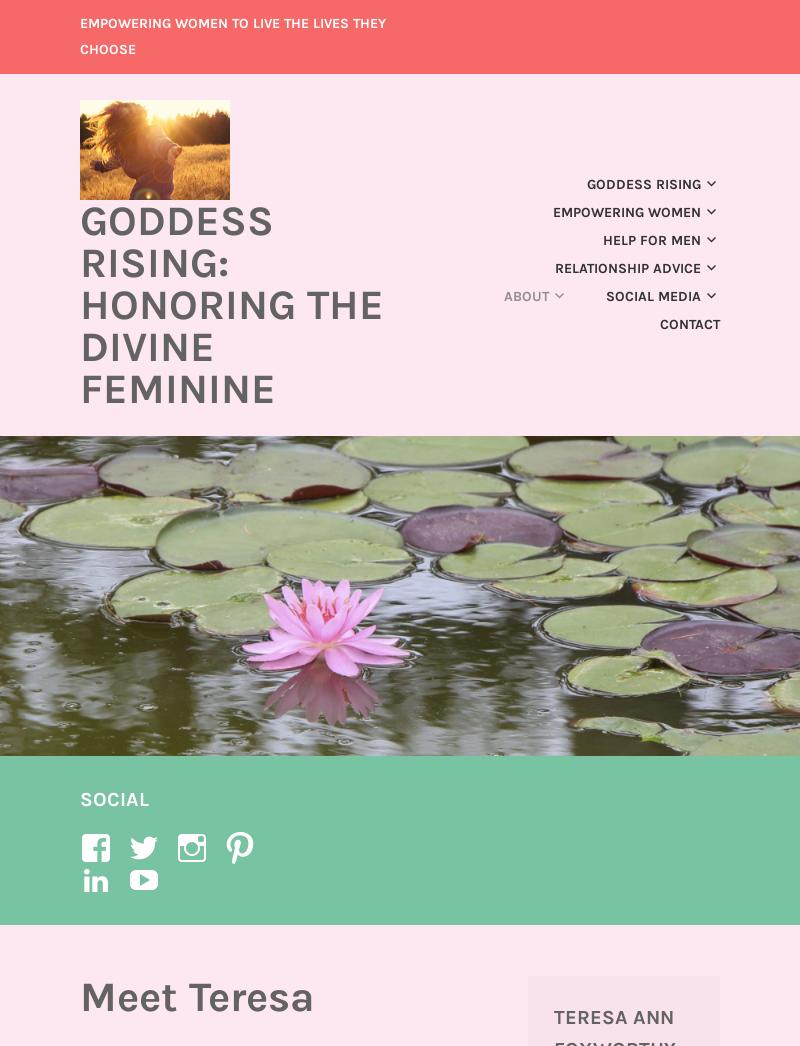 This screenshot has width=800, height=1046. I want to click on 'Relationship Advice', so click(628, 267).